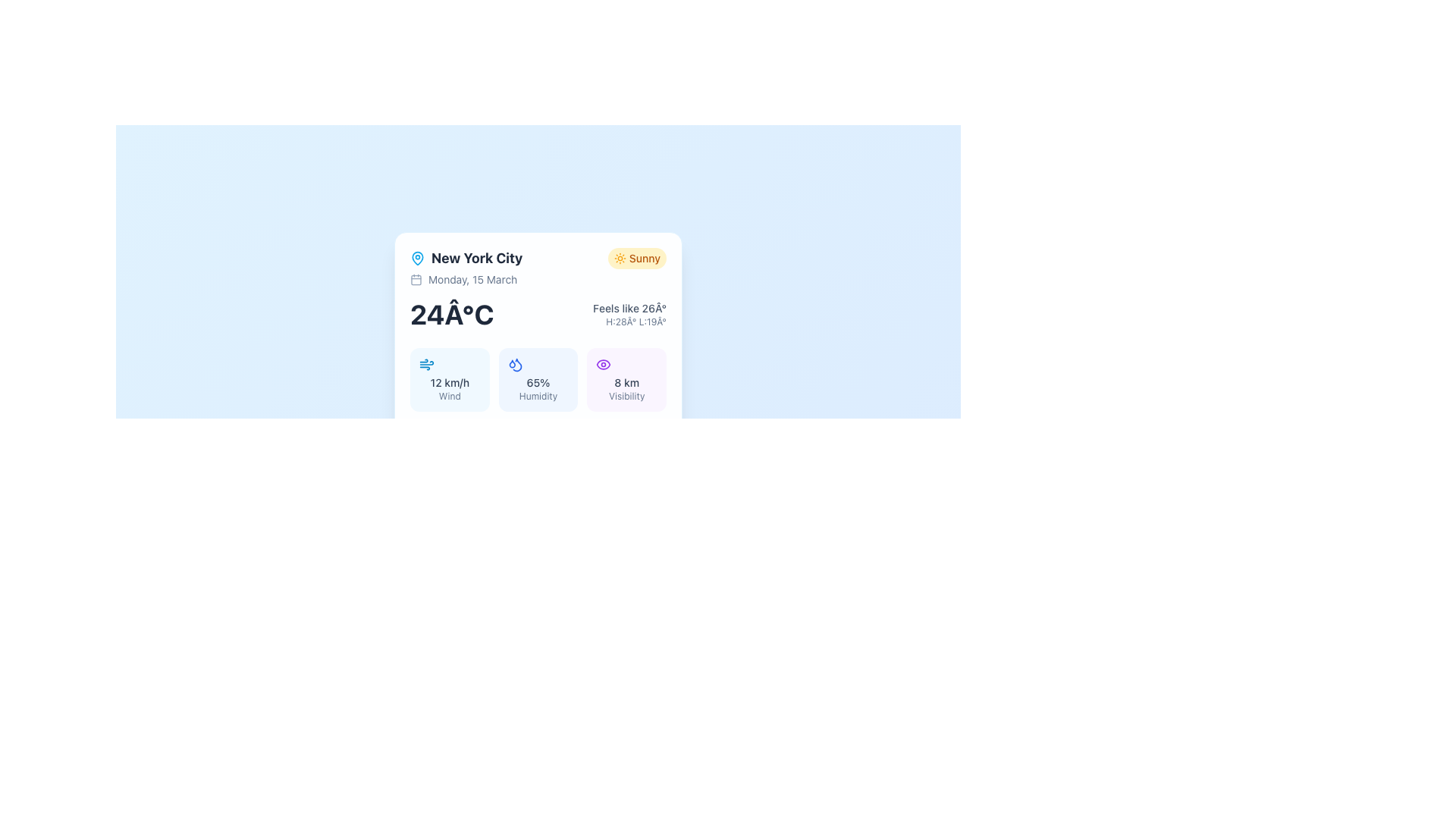  I want to click on the small sun-shaped icon with a yellow stroke located in the top-right corner of the weather card interface, which represents the 'Sunny' weather condition, so click(620, 257).